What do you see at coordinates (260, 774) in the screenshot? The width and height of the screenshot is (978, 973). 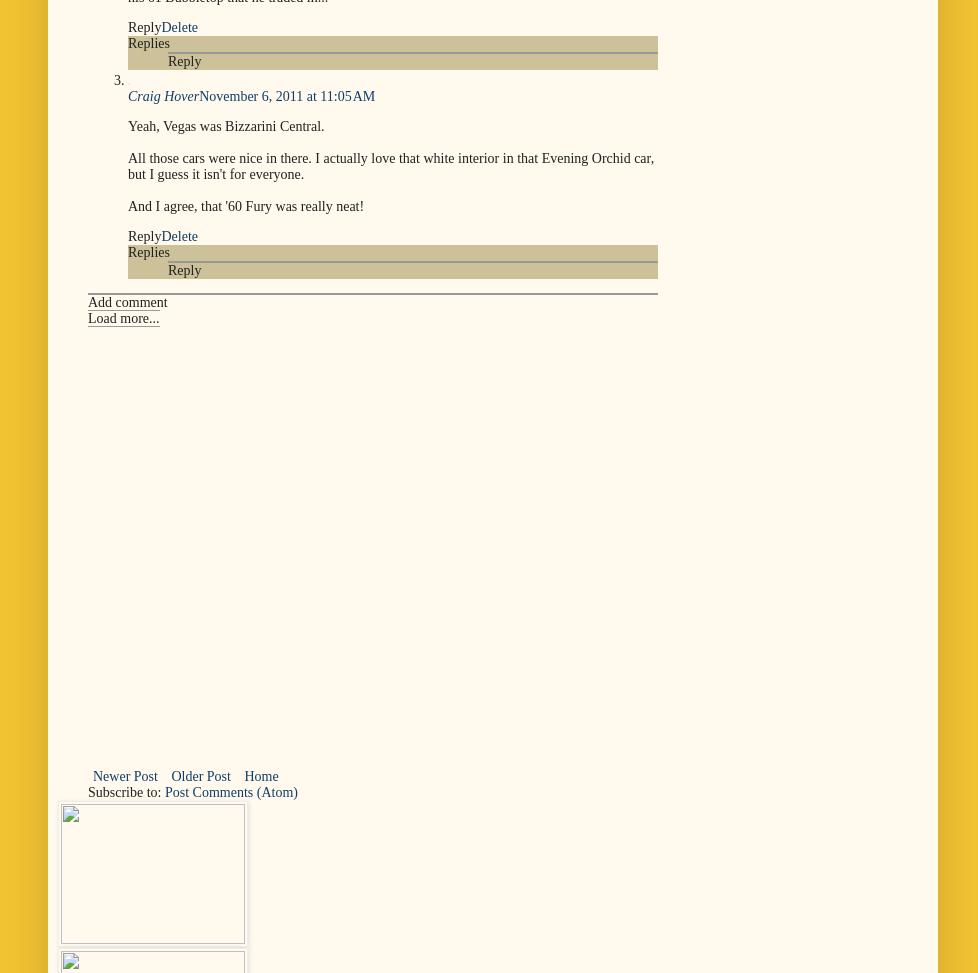 I see `'Home'` at bounding box center [260, 774].